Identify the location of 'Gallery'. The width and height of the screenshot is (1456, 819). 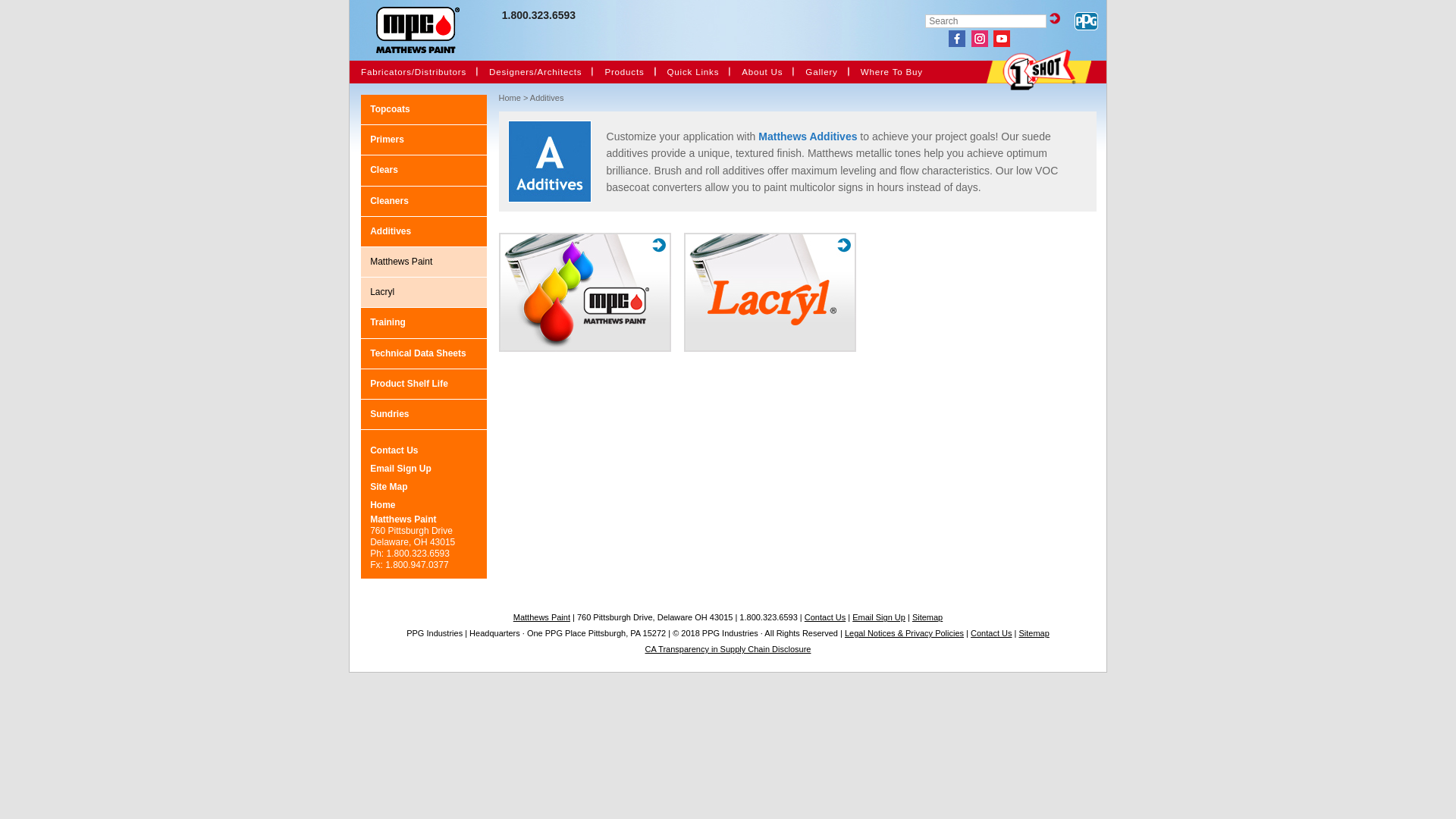
(792, 72).